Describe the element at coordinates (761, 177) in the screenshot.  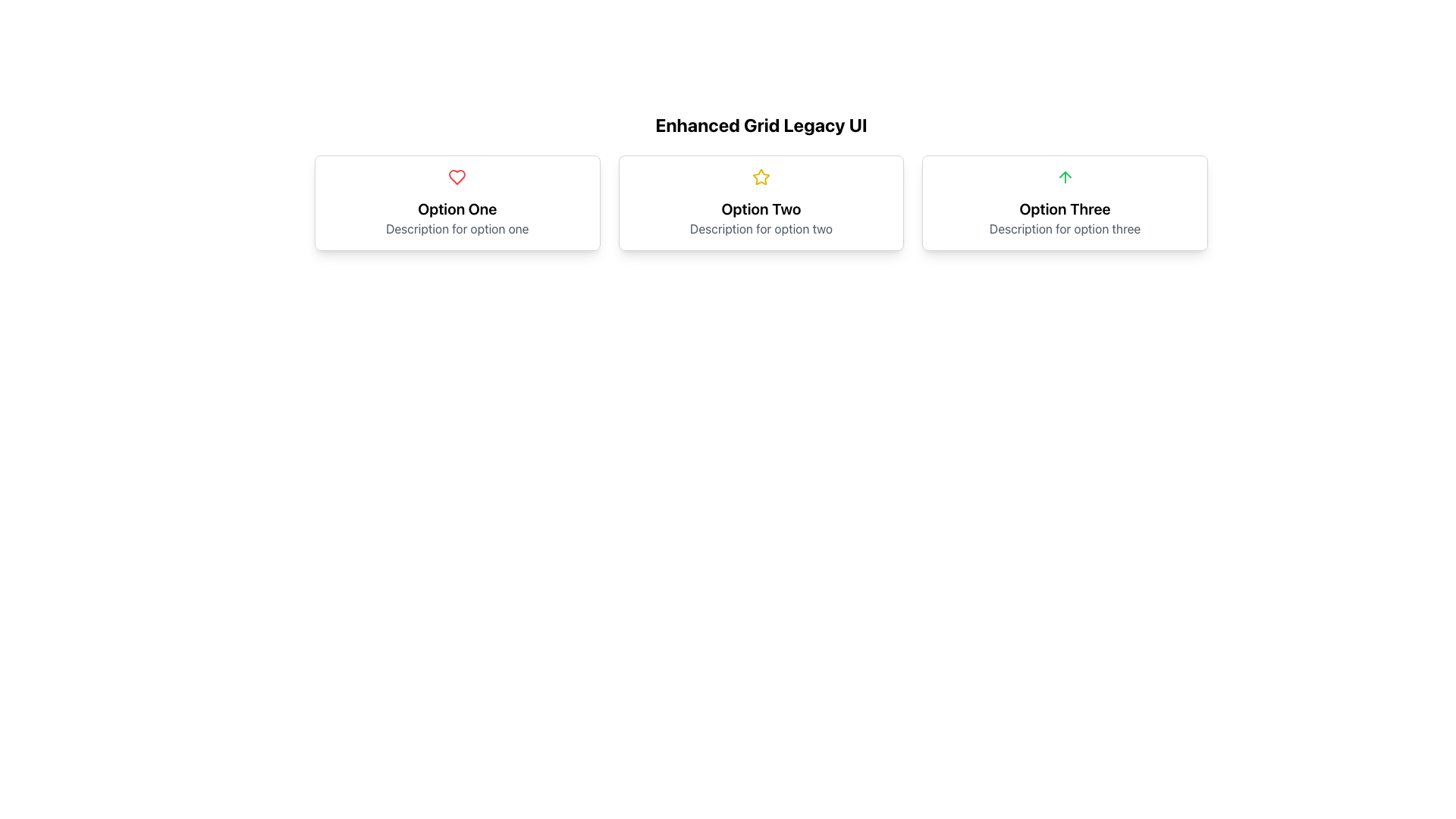
I see `the rating or favorite icon located centrally within the 'Option Two' card` at that location.